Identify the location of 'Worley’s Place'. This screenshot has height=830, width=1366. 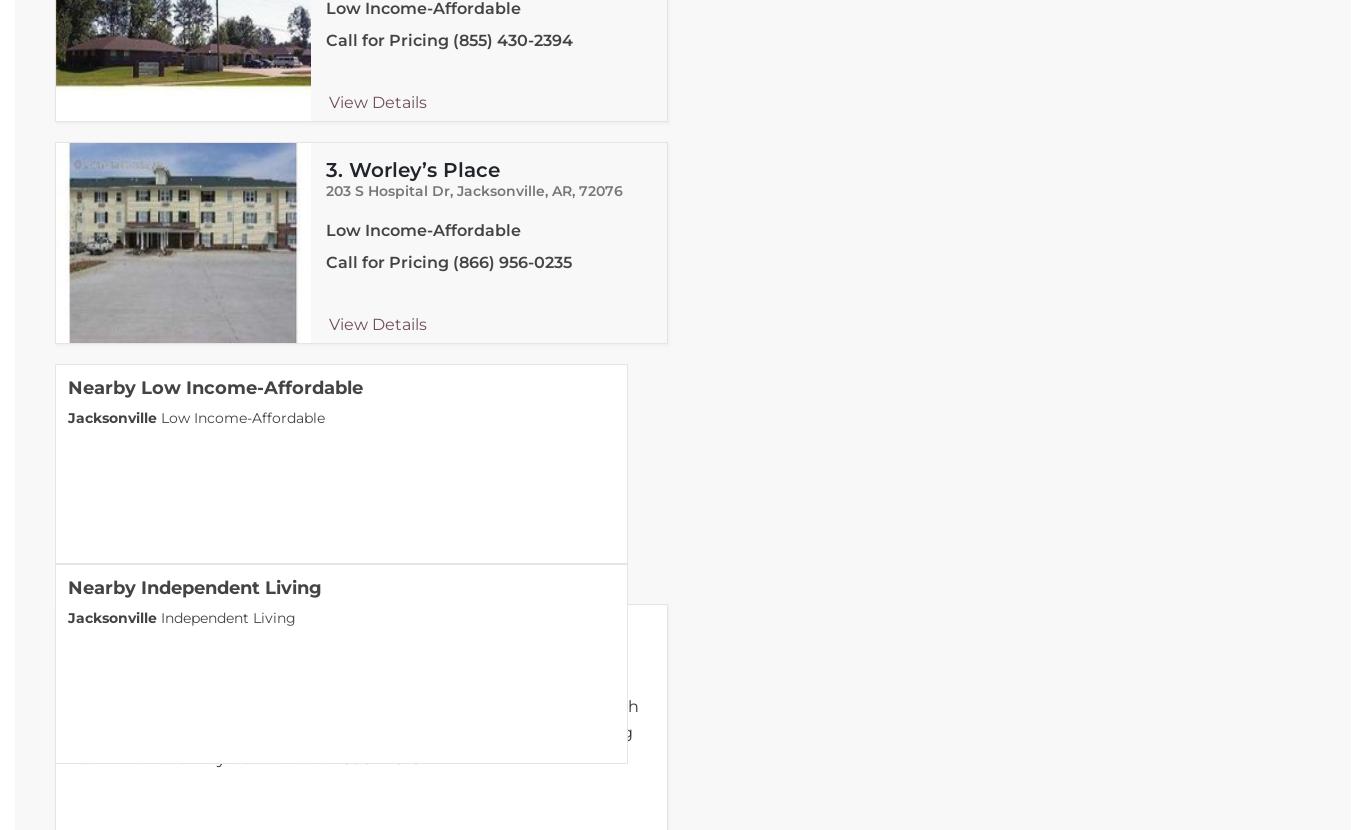
(422, 169).